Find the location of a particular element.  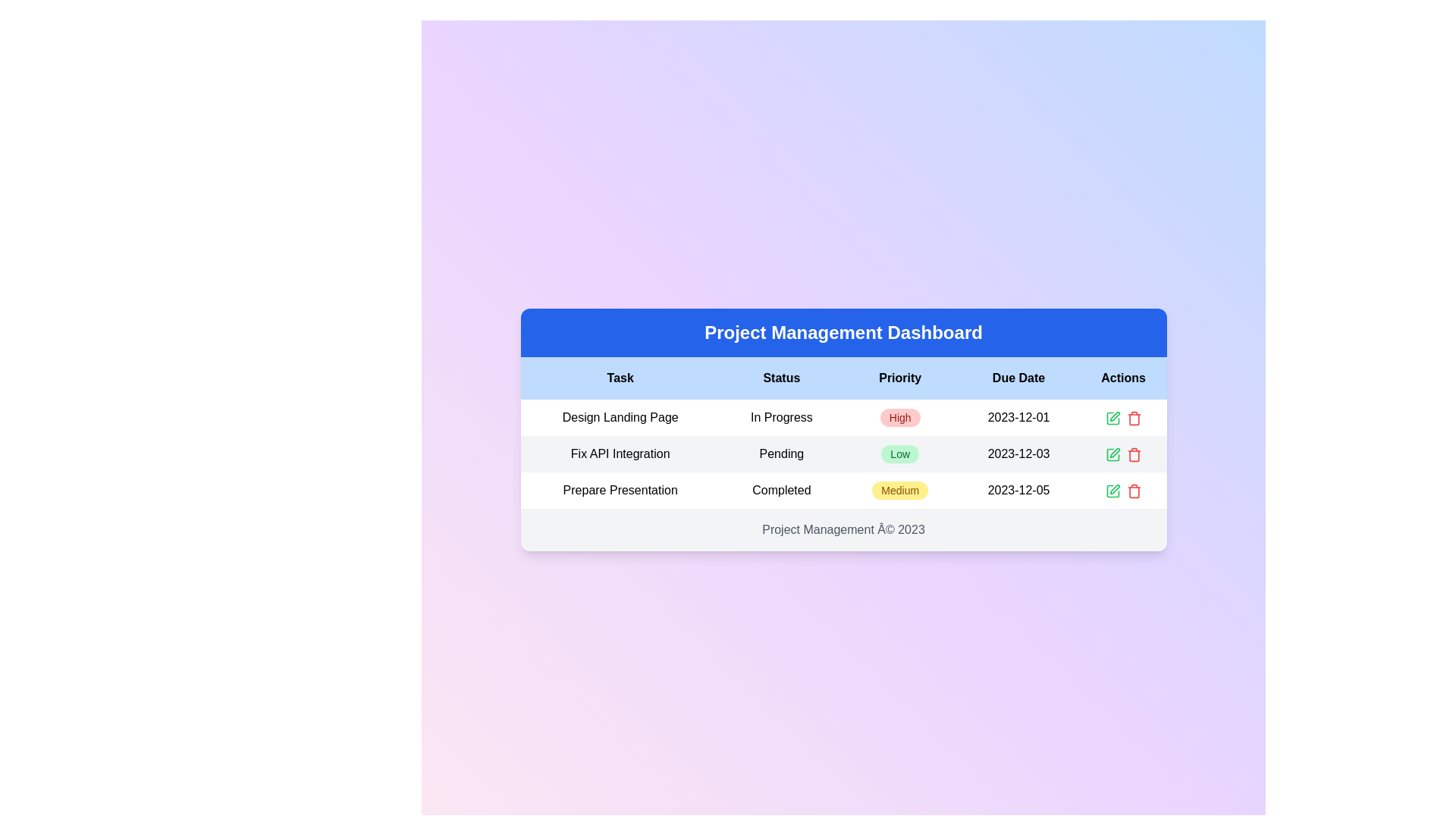

text displayed in the footer label that says 'Project Management Â© 2023' with a gray background and centered text alignment is located at coordinates (843, 529).